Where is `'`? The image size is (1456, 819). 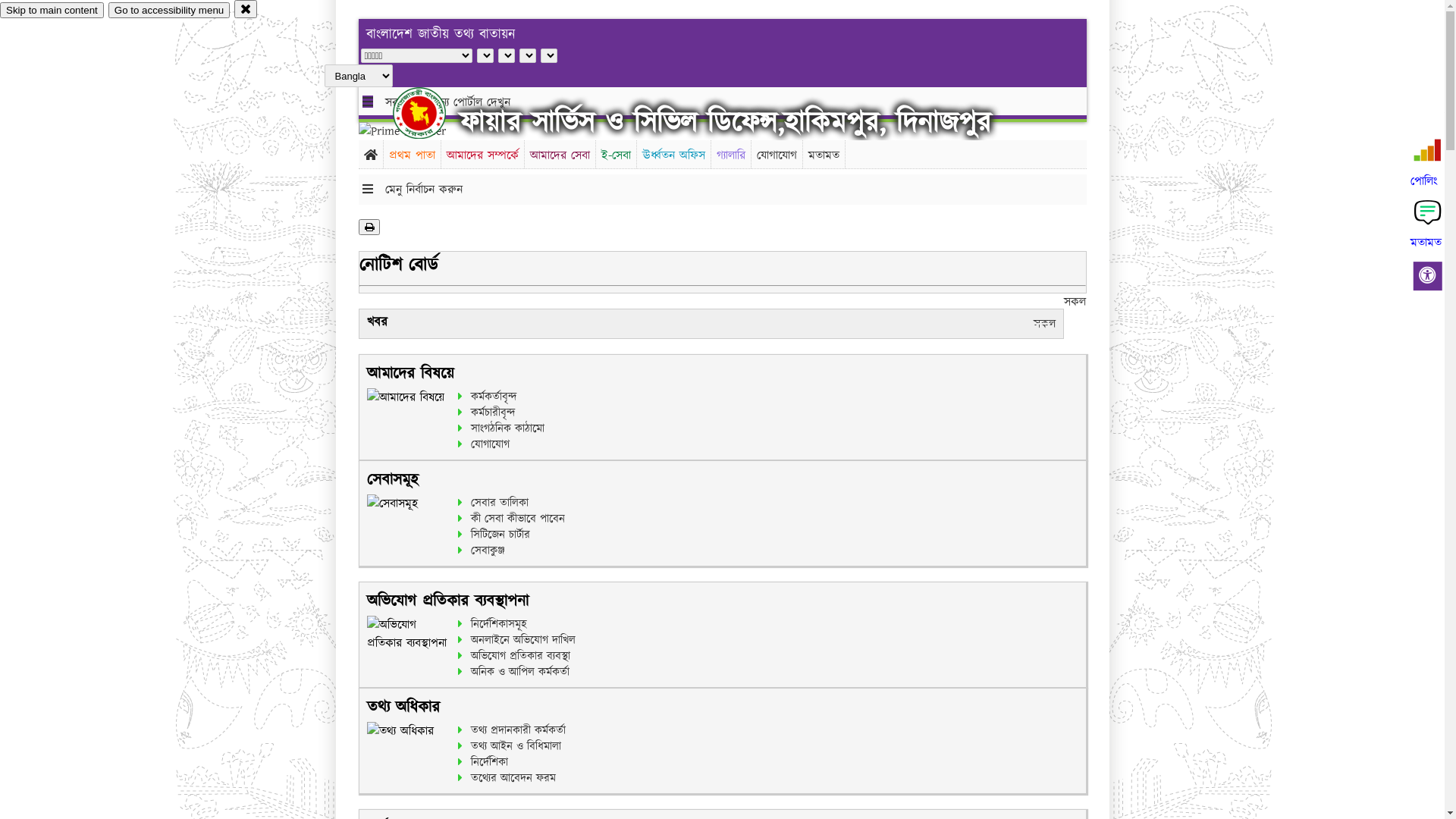
' is located at coordinates (431, 112).